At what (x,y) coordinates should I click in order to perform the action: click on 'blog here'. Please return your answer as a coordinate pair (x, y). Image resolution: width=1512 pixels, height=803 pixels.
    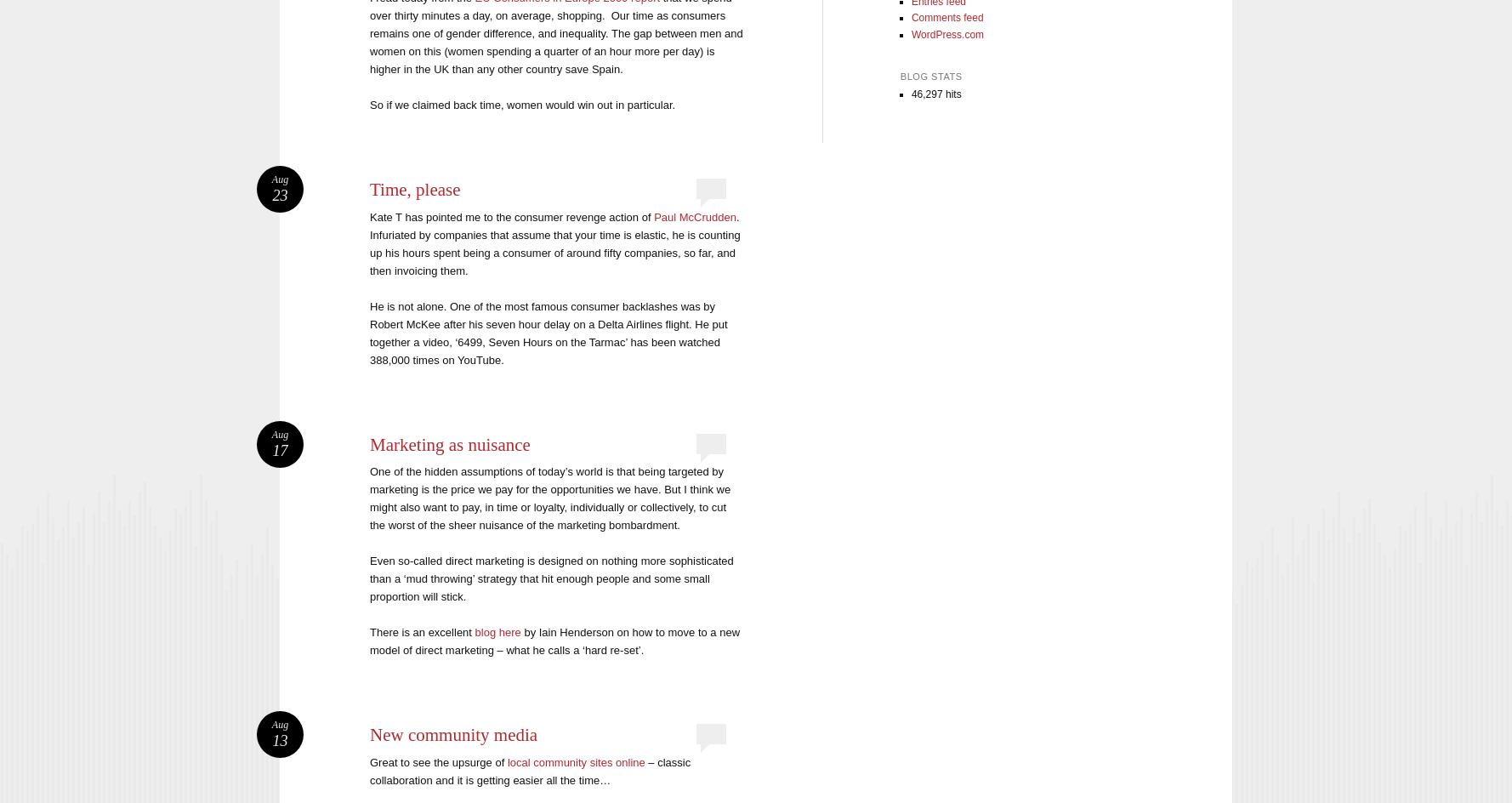
    Looking at the image, I should click on (474, 631).